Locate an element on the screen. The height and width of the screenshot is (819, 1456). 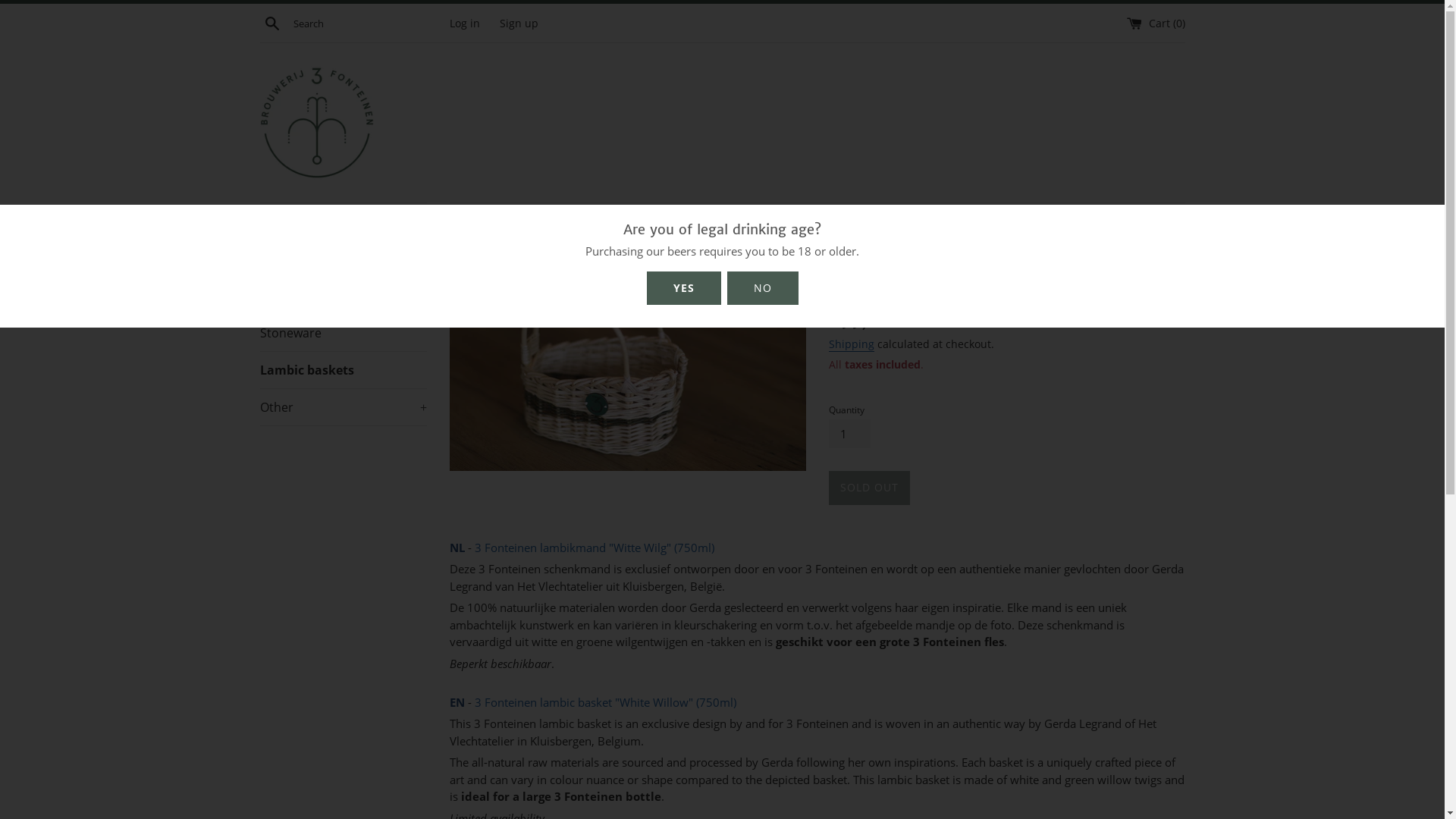
'Garment is located at coordinates (341, 257).